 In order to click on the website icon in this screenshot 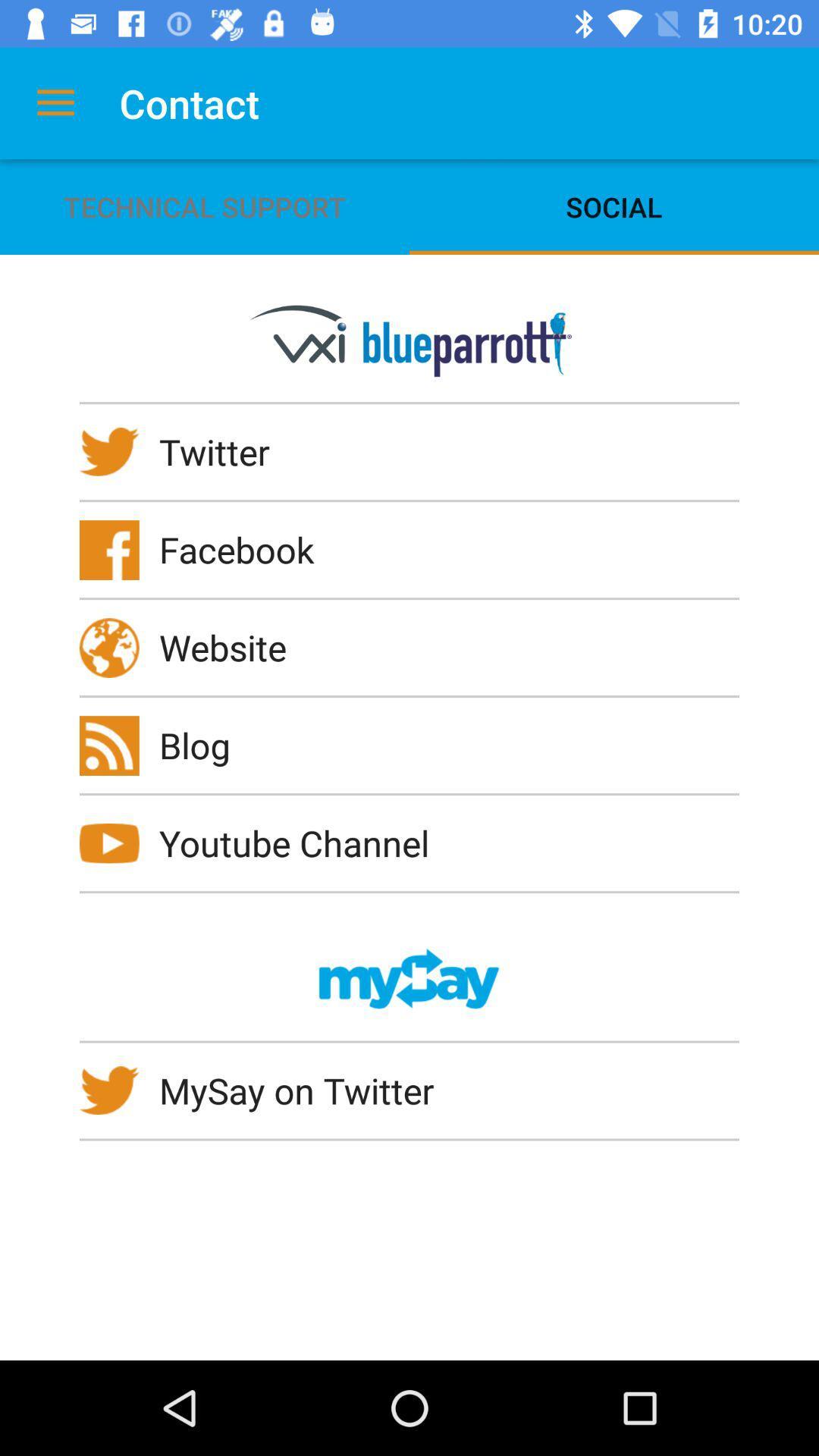, I will do `click(233, 647)`.